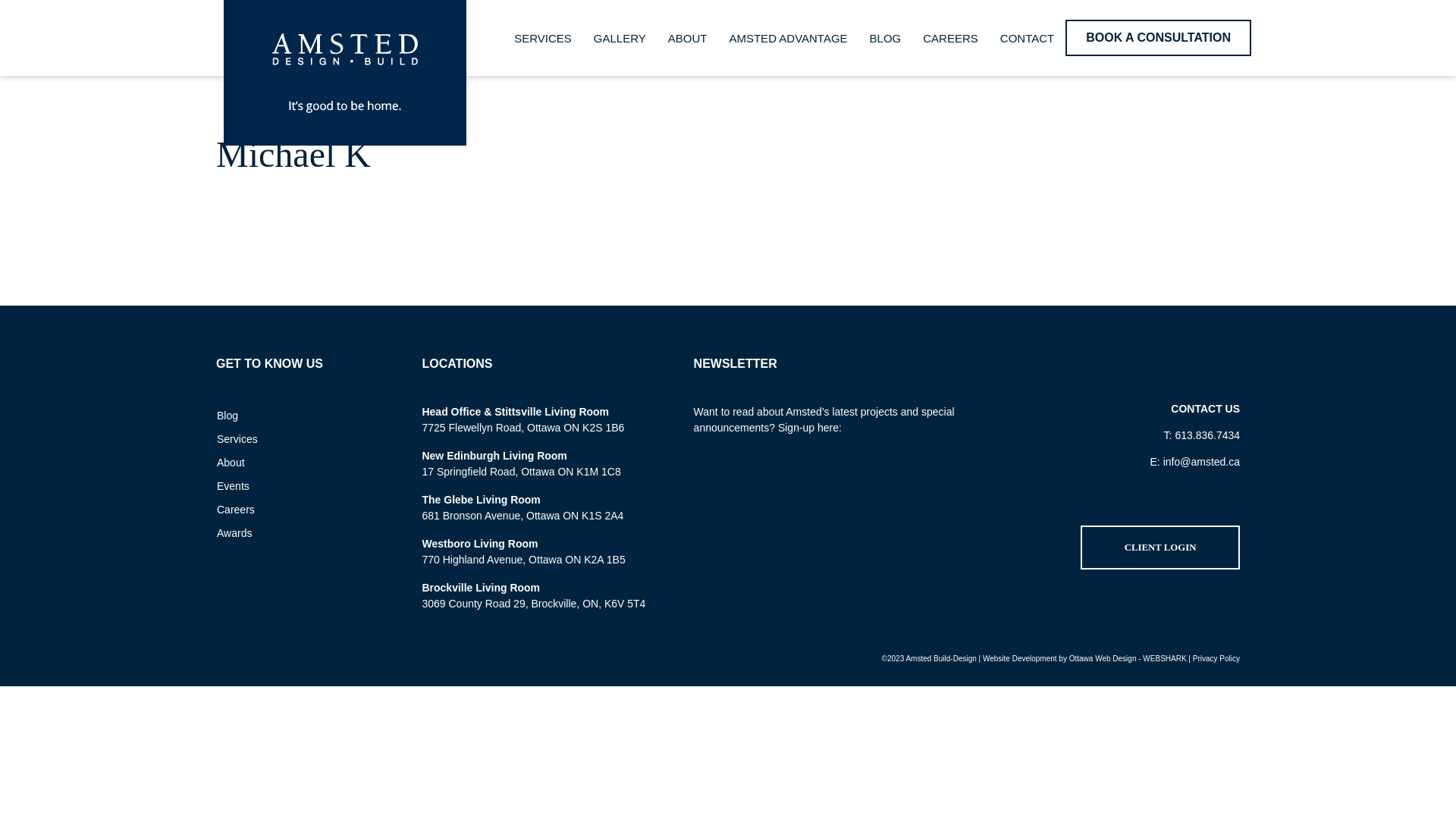 This screenshot has width=1456, height=819. I want to click on 'Awards', so click(206, 532).